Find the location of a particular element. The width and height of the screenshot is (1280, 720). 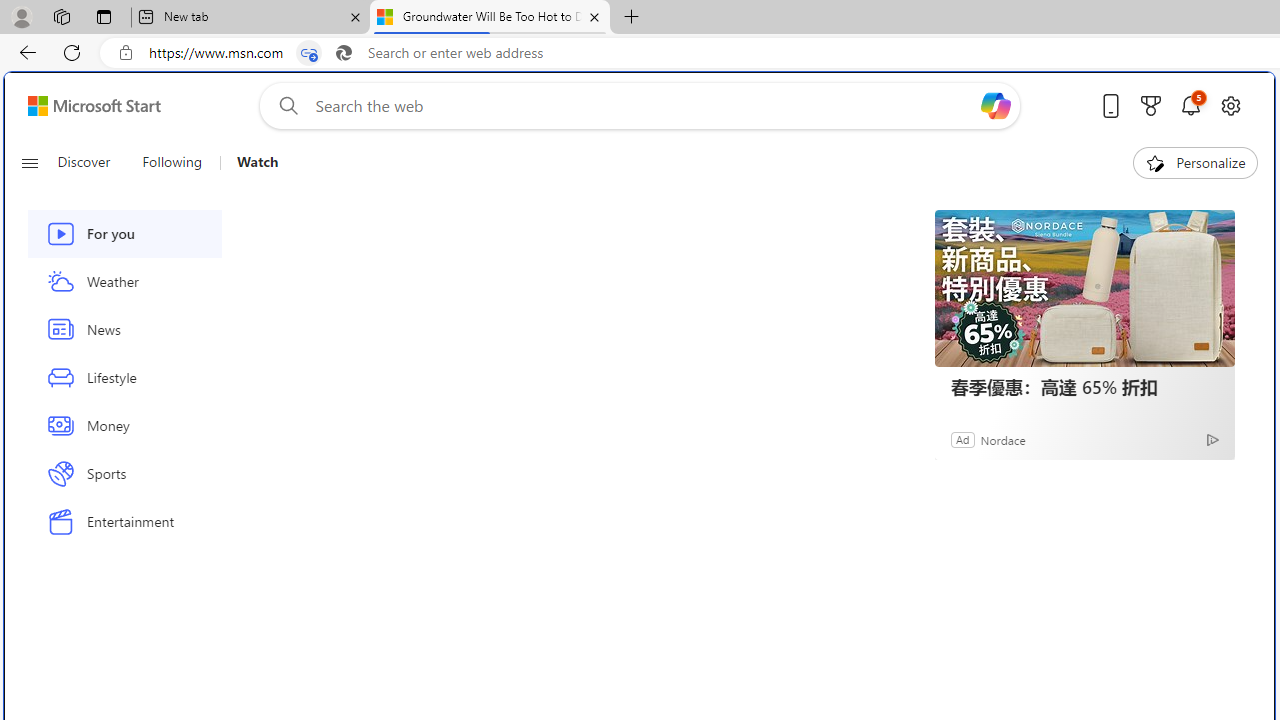

'Following' is located at coordinates (172, 162).